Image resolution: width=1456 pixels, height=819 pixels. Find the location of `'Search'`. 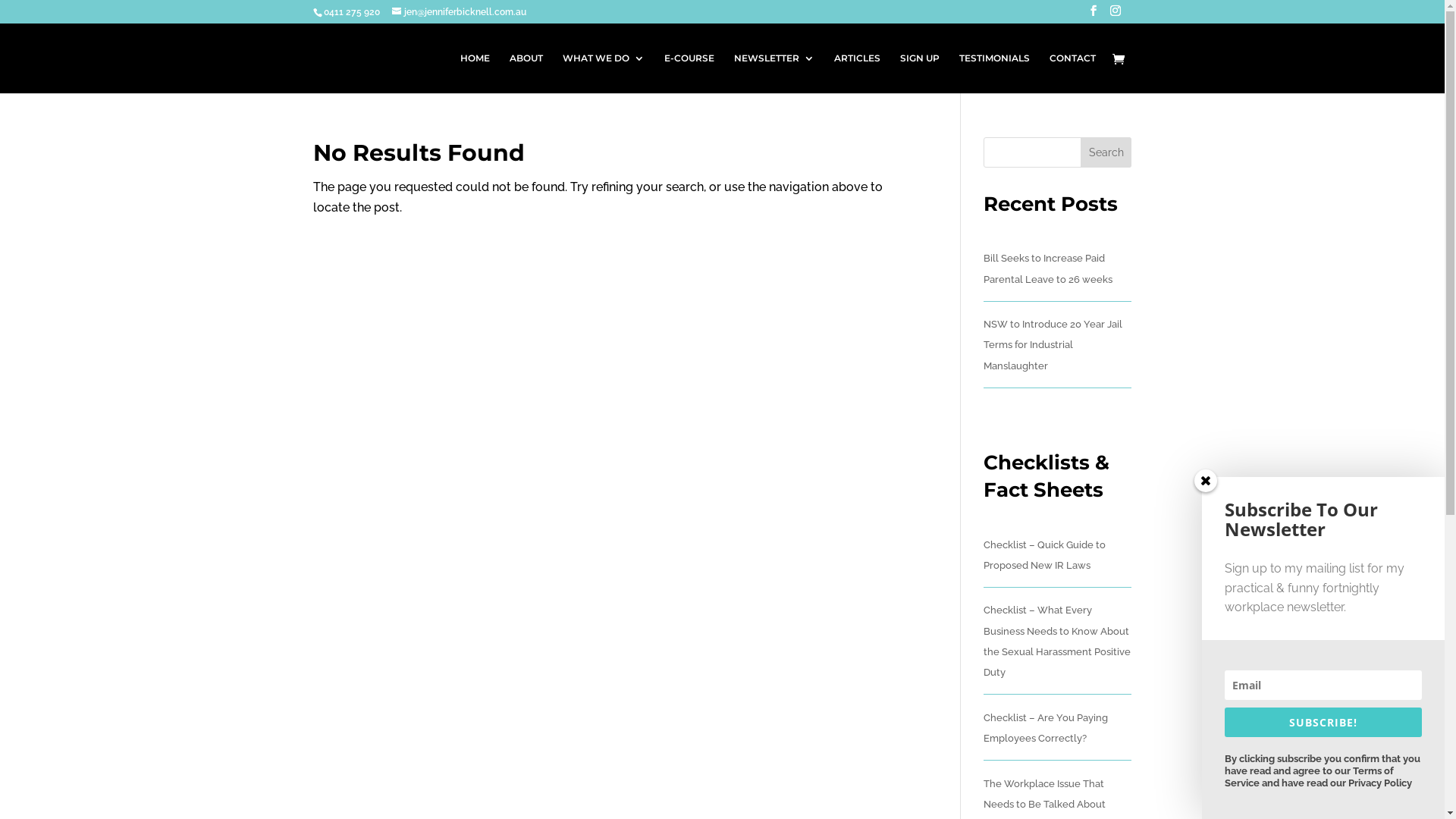

'Search' is located at coordinates (1106, 152).